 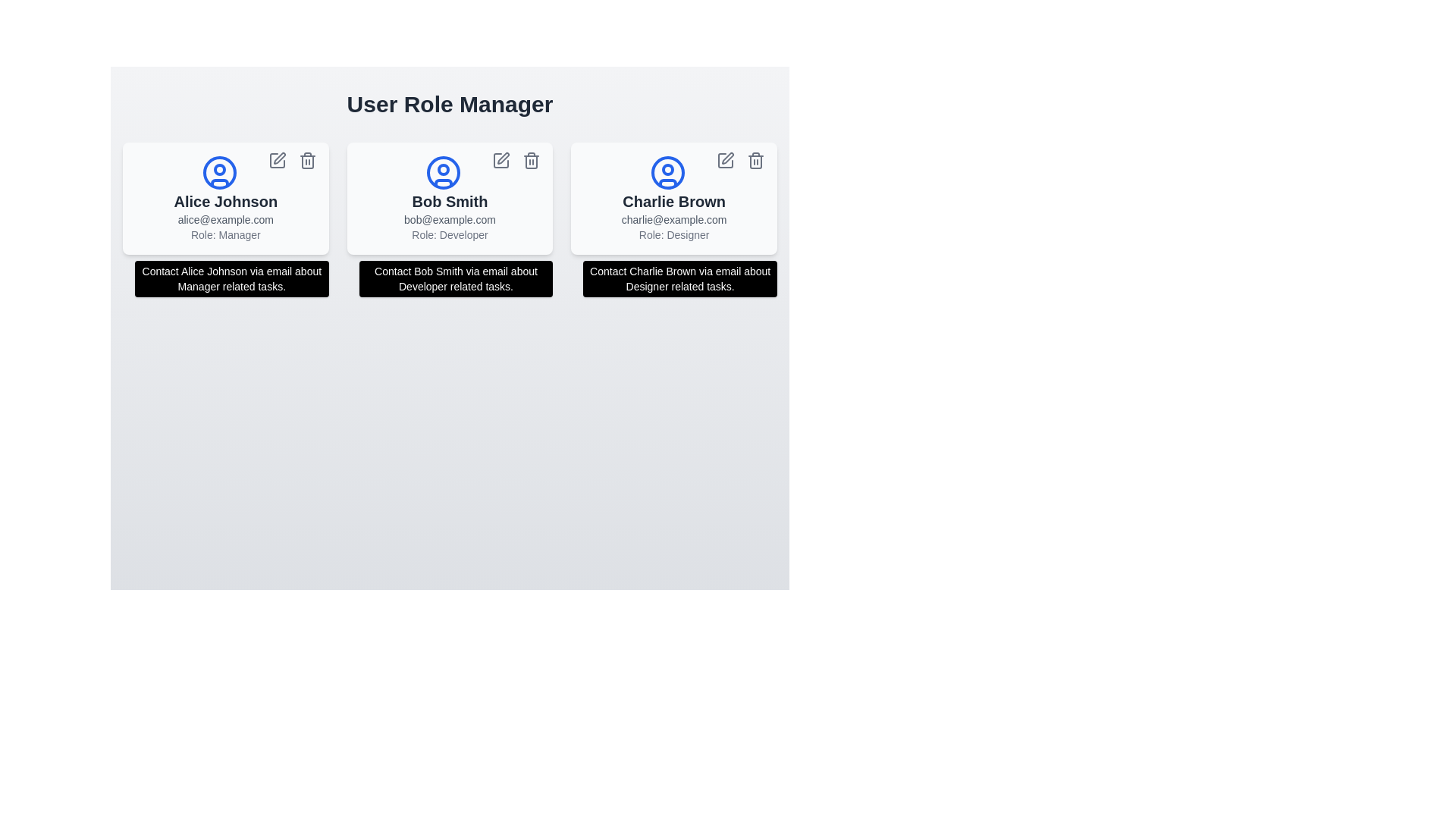 What do you see at coordinates (443, 171) in the screenshot?
I see `the innermost SVG Circle of the user profile icon titled 'Bob Smith', which is the second card in the row` at bounding box center [443, 171].